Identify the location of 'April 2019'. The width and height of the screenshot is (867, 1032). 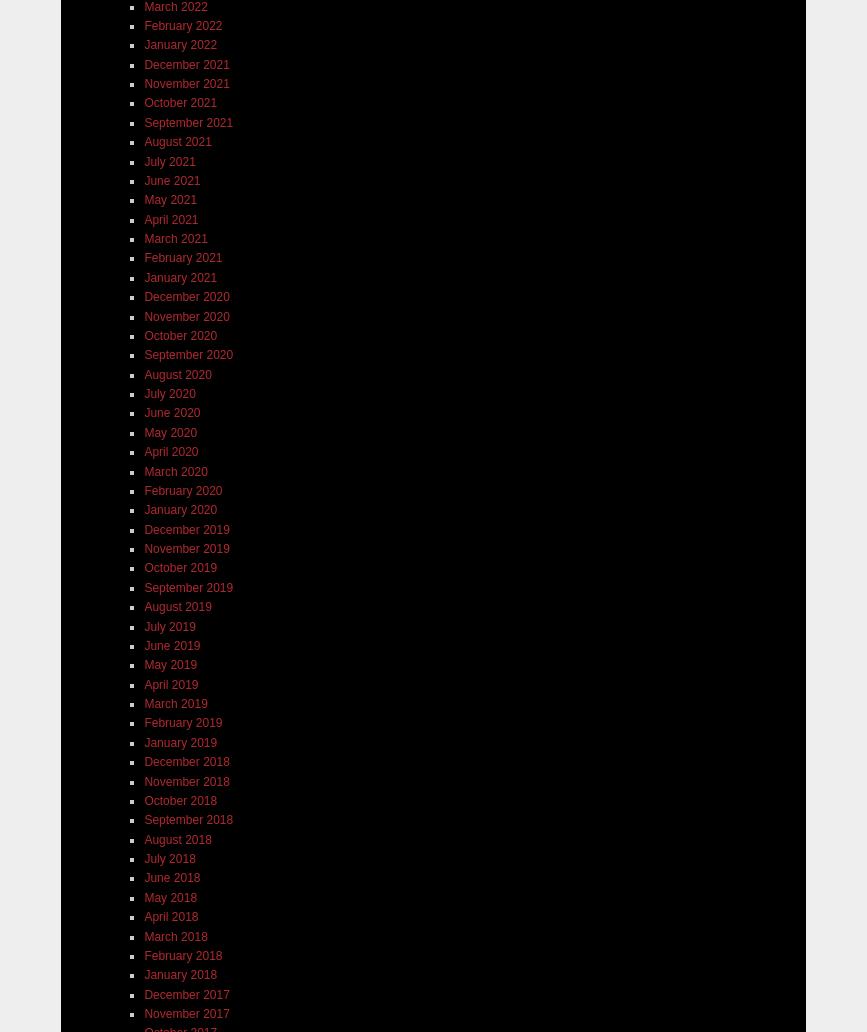
(144, 683).